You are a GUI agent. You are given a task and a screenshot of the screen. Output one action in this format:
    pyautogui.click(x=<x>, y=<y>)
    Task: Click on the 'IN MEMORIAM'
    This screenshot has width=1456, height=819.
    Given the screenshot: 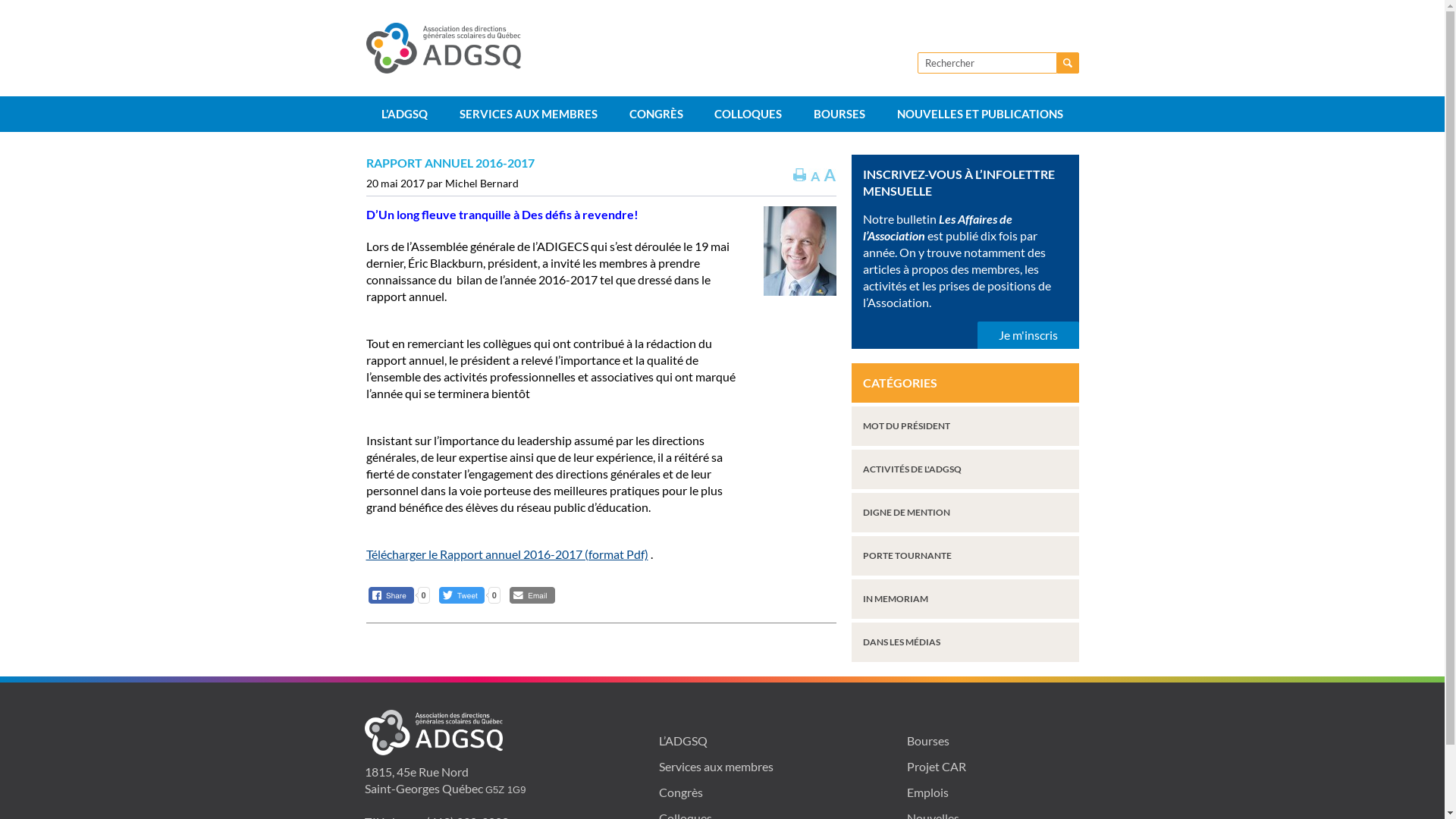 What is the action you would take?
    pyautogui.click(x=964, y=598)
    